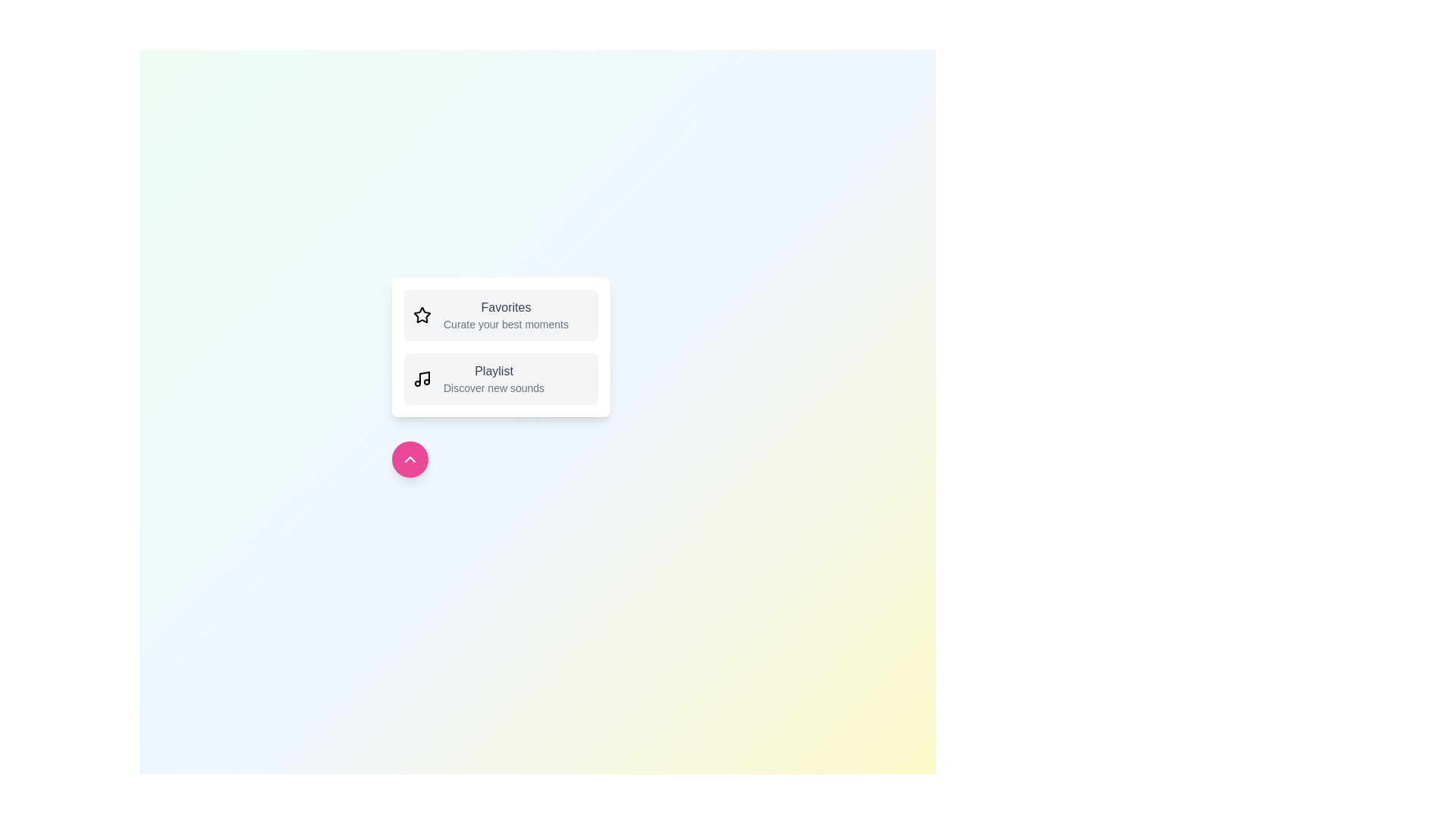 Image resolution: width=1456 pixels, height=819 pixels. What do you see at coordinates (410, 458) in the screenshot?
I see `toggle button to toggle the menu visibility` at bounding box center [410, 458].